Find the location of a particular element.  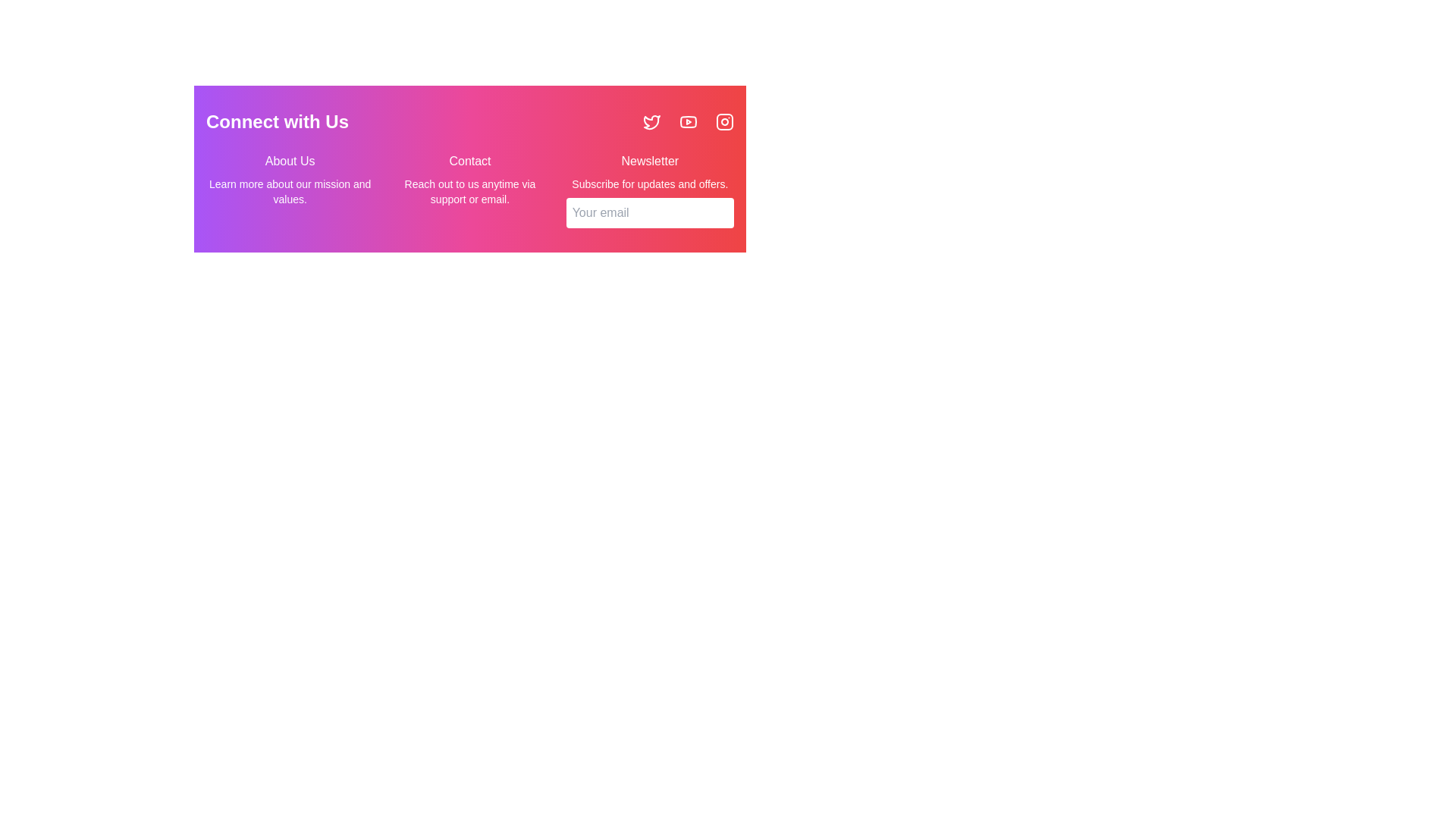

the 'About Us' Text Block, which features a bold title and smaller text in a gradient purple to pink background, located at the top left of the three-column grid layout is located at coordinates (290, 189).